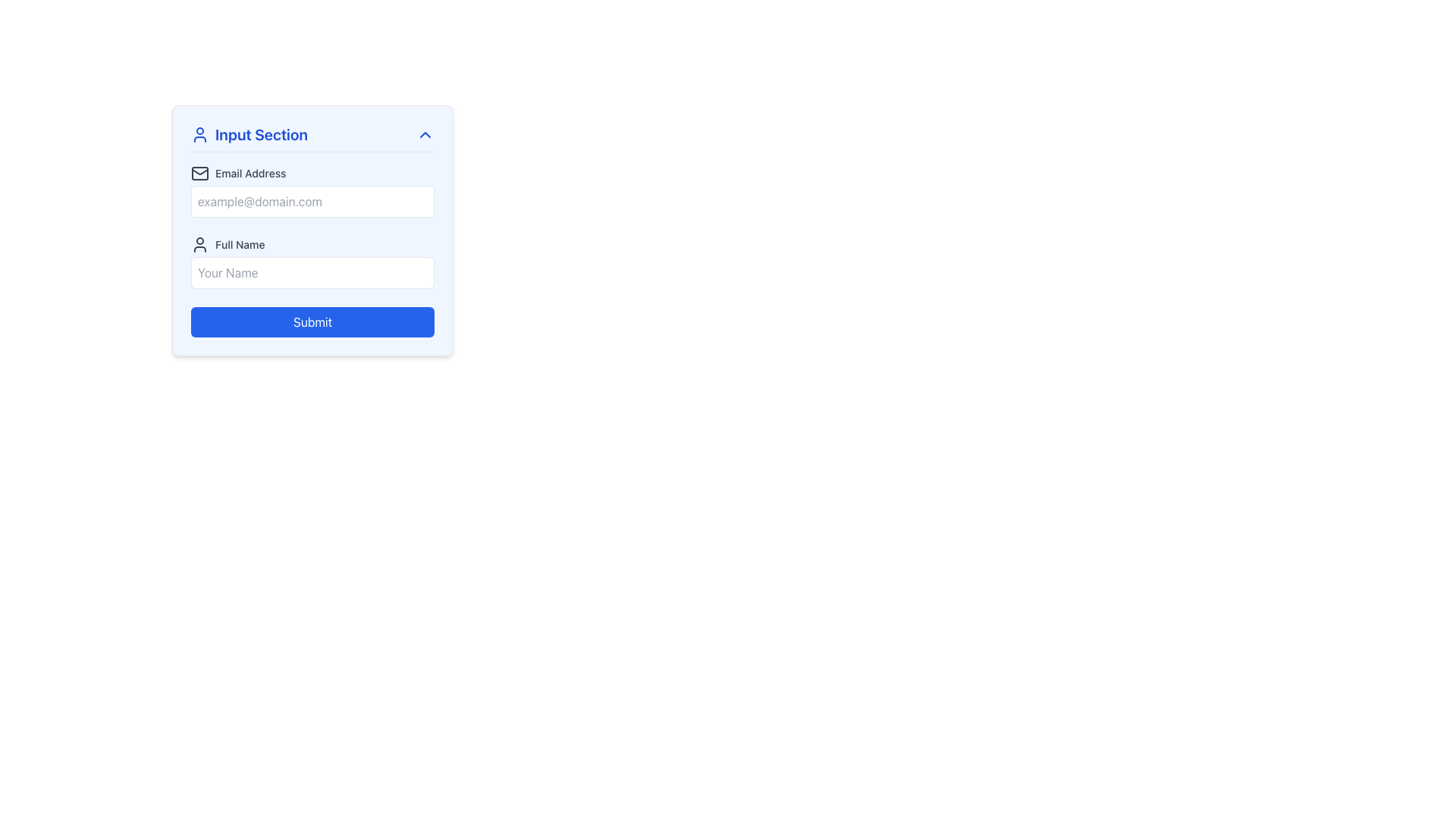 The height and width of the screenshot is (819, 1456). I want to click on the 'Submit' button, a rectangular blue button with rounded corners and white text, located at the bottom of the form, so click(312, 321).